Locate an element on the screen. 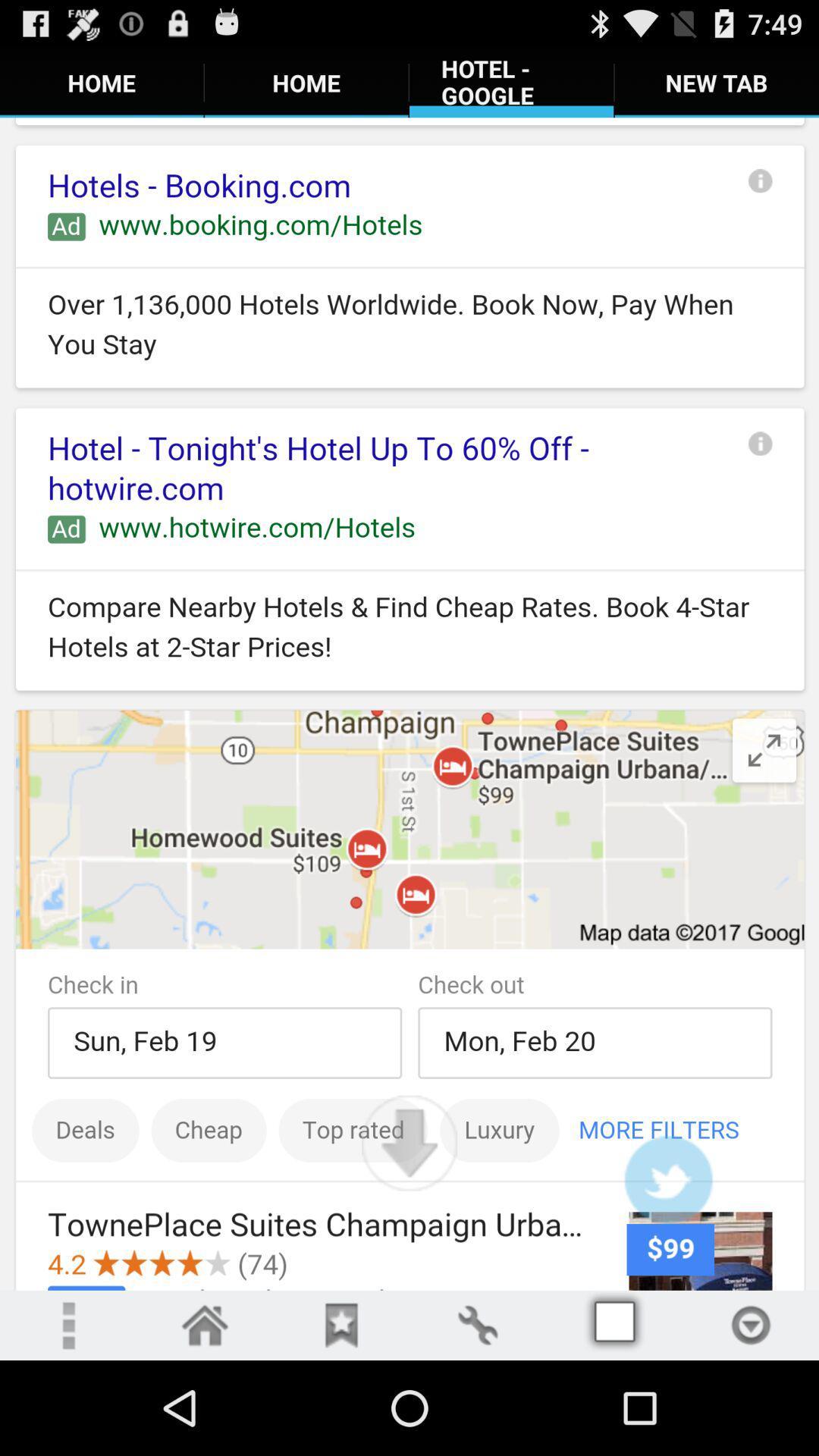 The height and width of the screenshot is (1456, 819). the wish list icon which is next to home icon is located at coordinates (341, 1324).